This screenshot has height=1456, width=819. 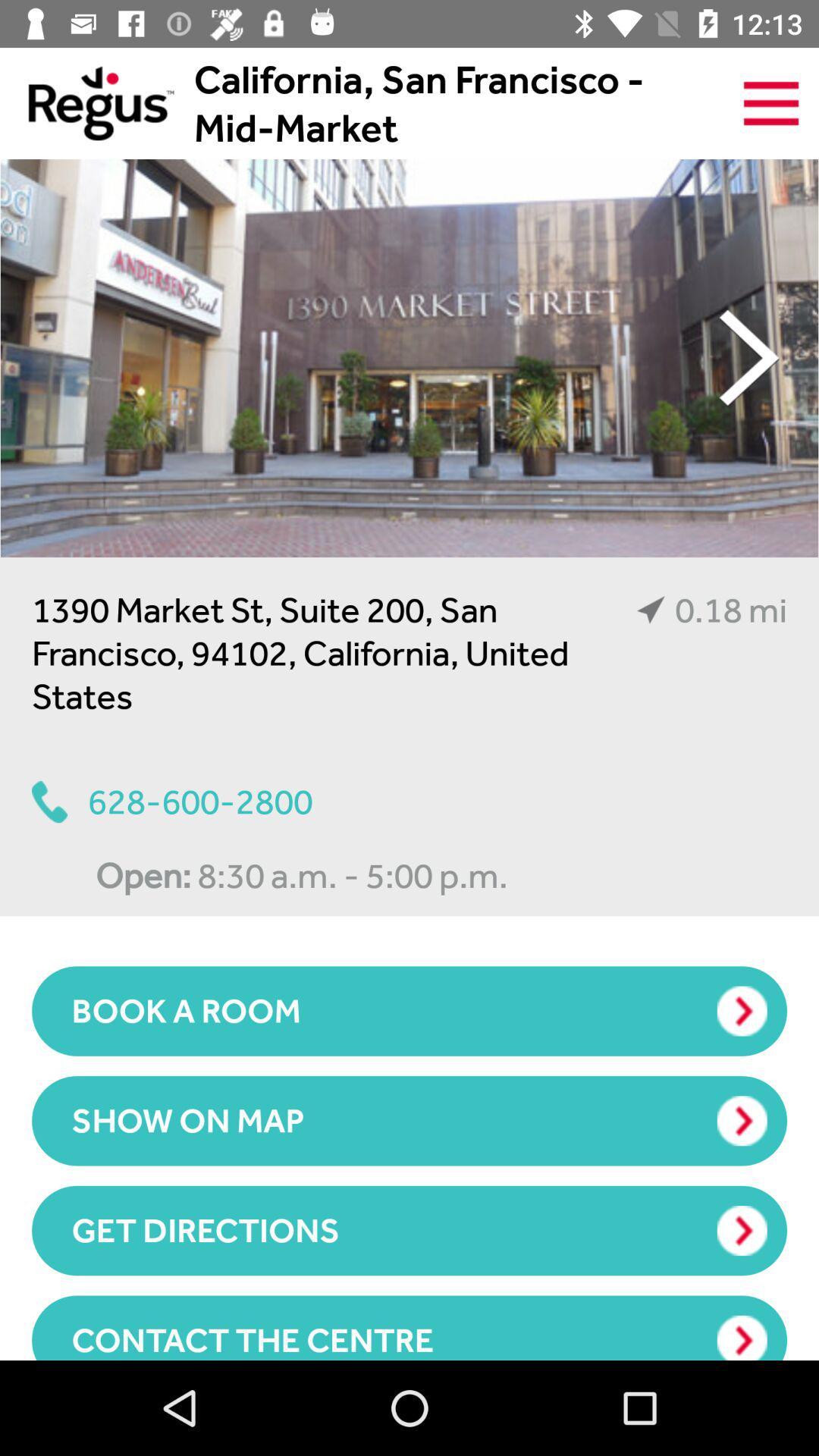 I want to click on go next, so click(x=409, y=357).